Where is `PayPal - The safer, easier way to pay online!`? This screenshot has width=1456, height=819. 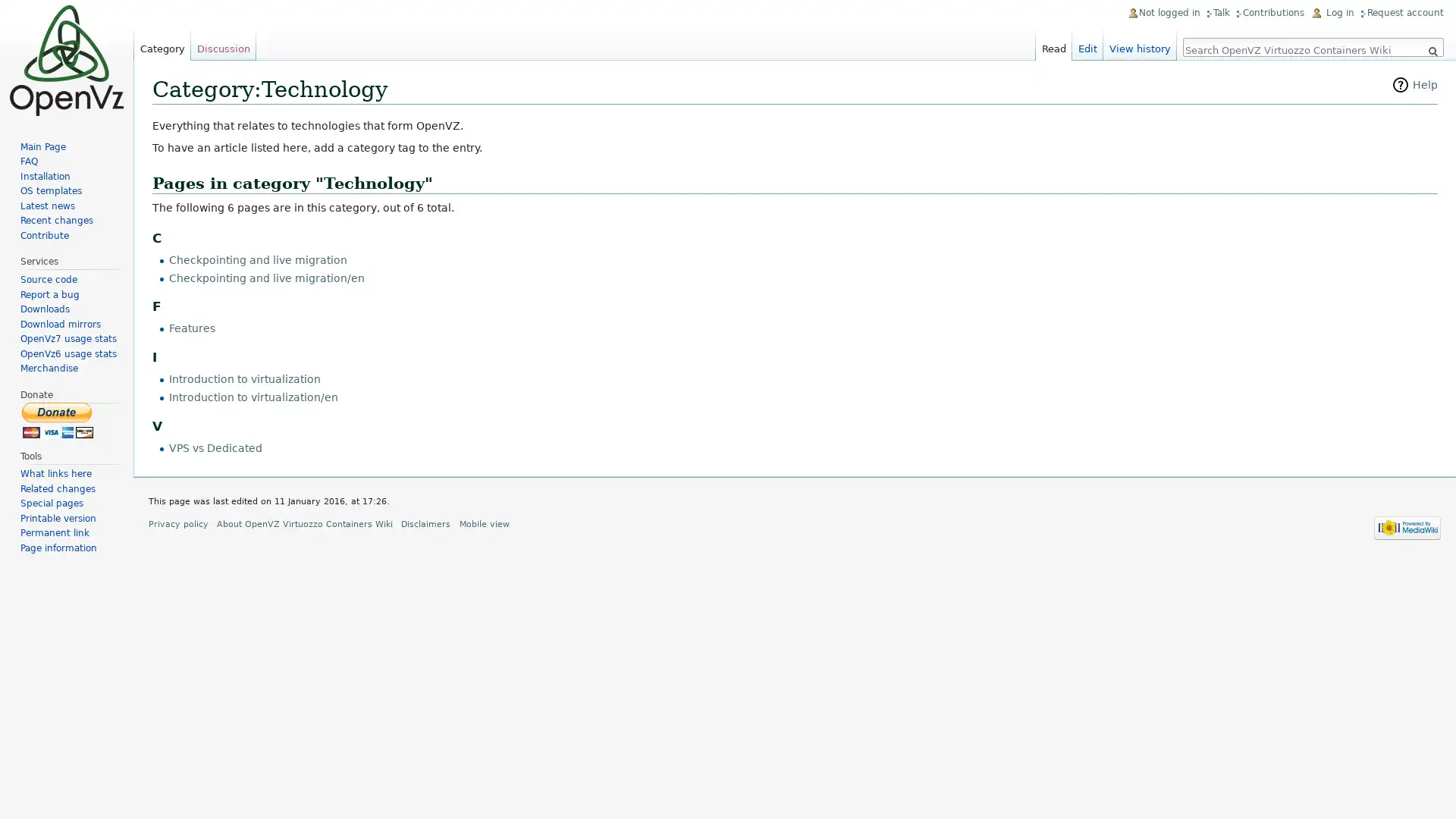
PayPal - The safer, easier way to pay online! is located at coordinates (58, 419).